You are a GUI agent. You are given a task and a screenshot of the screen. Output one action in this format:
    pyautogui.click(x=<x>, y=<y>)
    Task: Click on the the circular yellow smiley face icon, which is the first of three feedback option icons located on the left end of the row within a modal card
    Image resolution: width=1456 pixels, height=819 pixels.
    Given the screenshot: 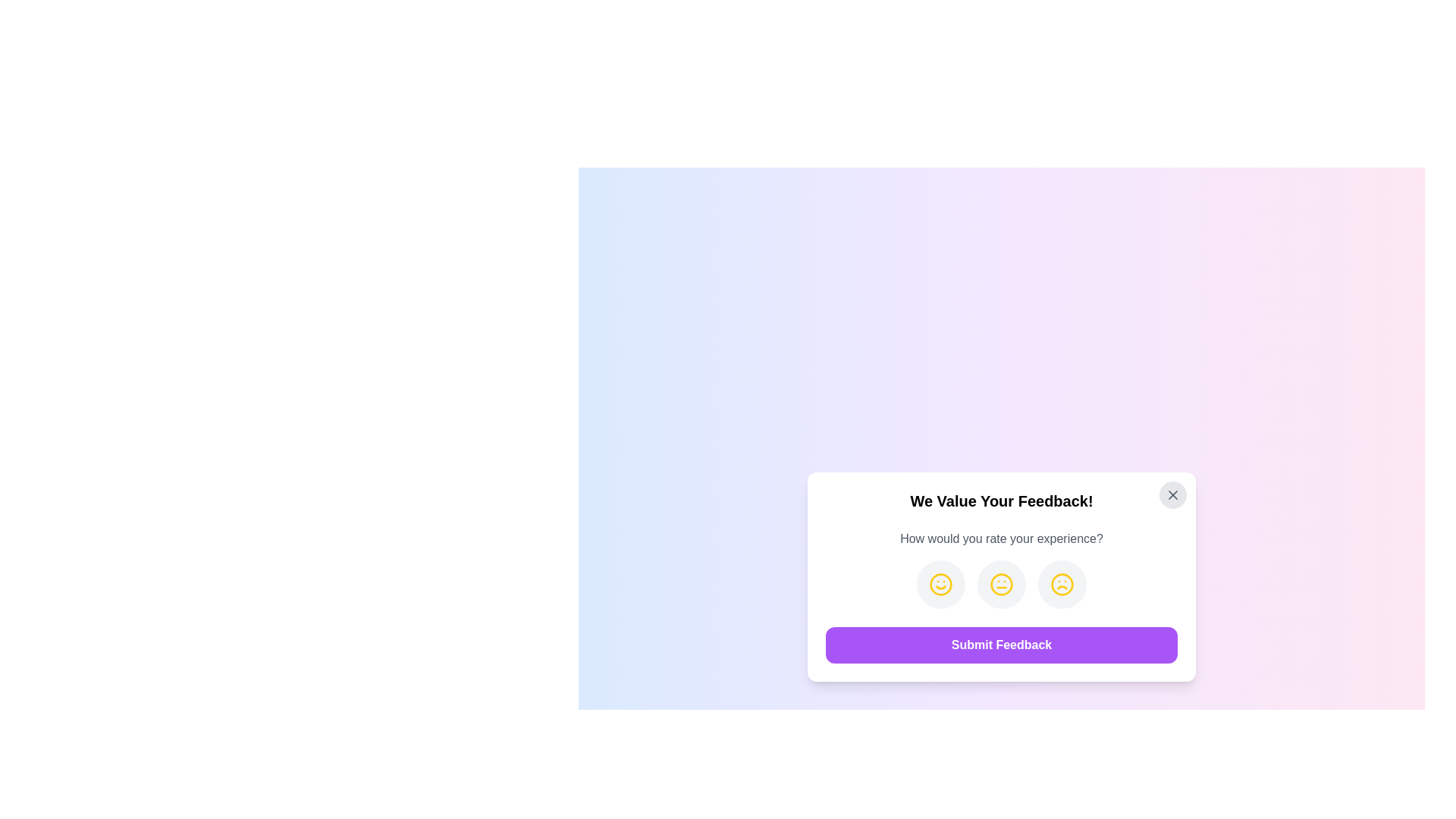 What is the action you would take?
    pyautogui.click(x=940, y=584)
    